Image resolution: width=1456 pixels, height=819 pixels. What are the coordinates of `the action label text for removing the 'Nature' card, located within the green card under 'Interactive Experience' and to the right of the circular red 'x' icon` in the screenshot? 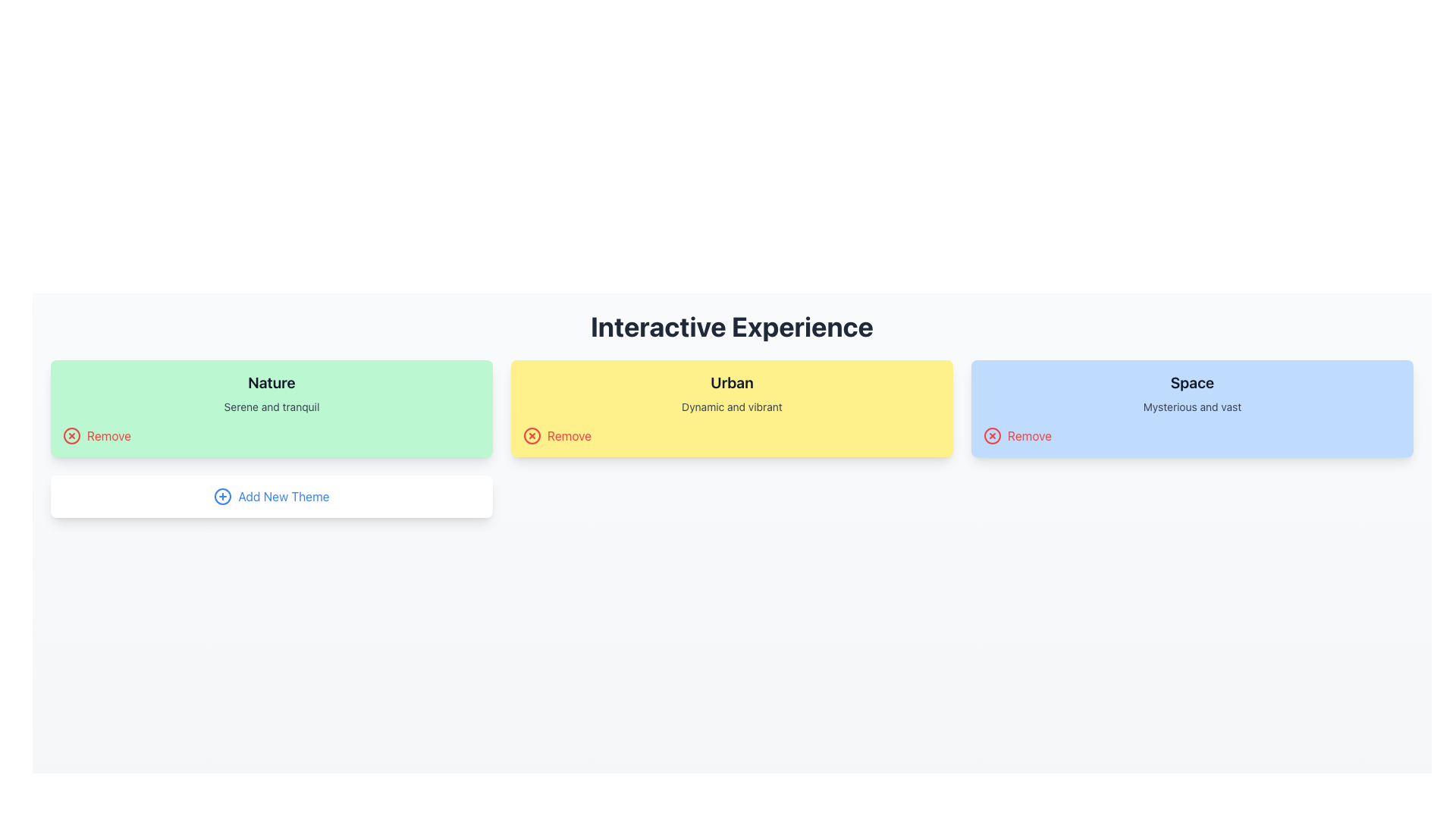 It's located at (108, 435).